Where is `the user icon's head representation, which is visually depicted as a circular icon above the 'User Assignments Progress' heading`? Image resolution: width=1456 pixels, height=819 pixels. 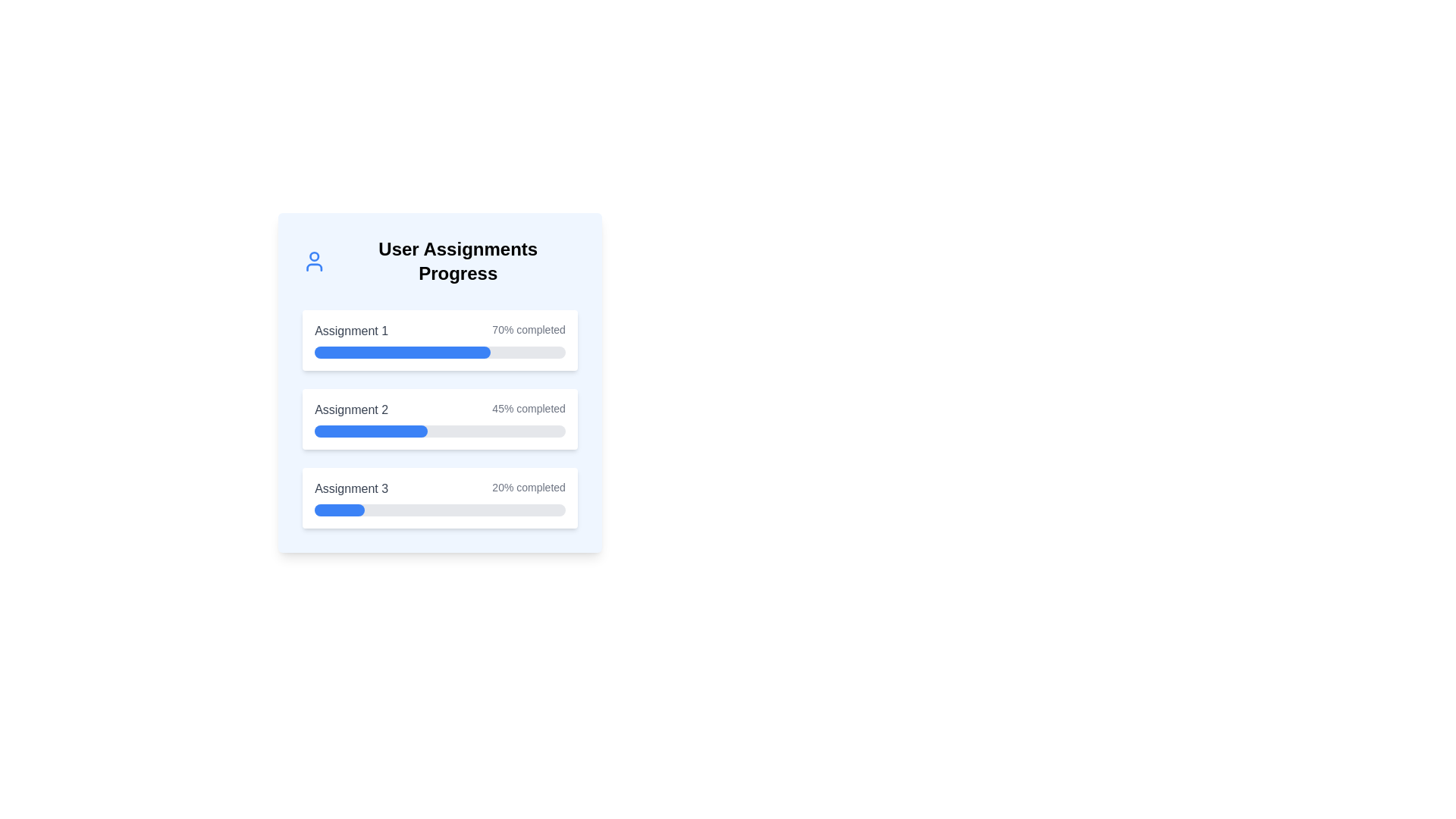 the user icon's head representation, which is visually depicted as a circular icon above the 'User Assignments Progress' heading is located at coordinates (313, 256).